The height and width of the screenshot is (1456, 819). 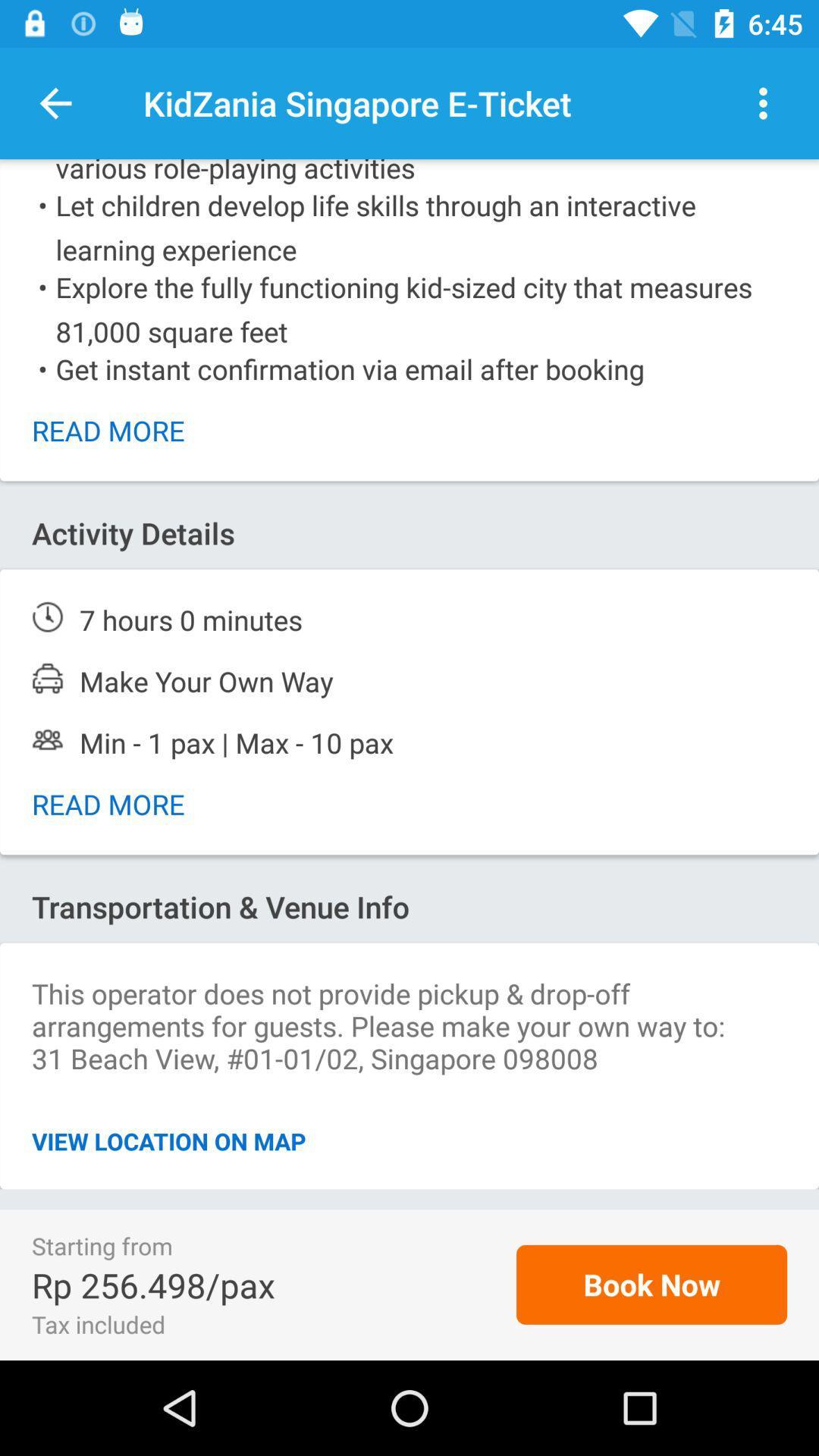 I want to click on the text just below activity details, so click(x=409, y=620).